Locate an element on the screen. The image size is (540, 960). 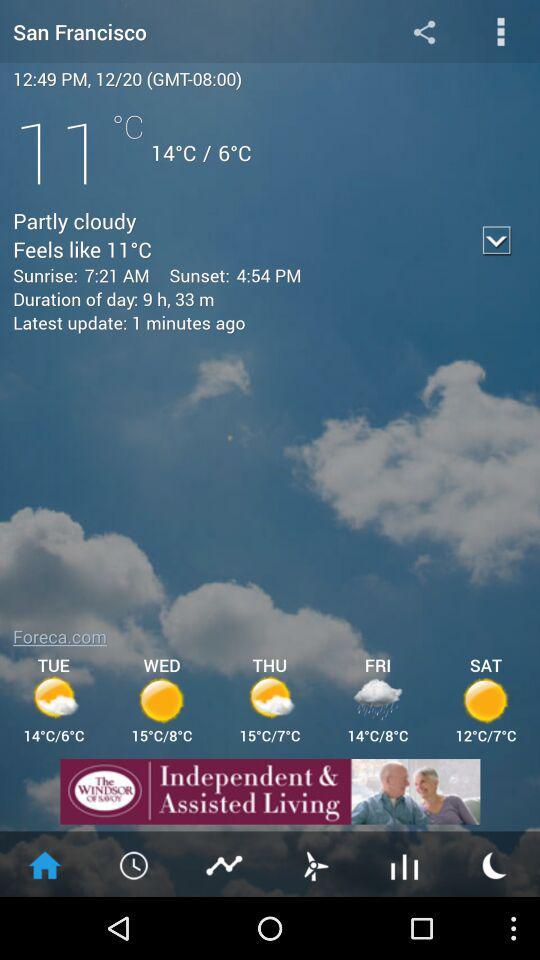
advertisement is located at coordinates (270, 791).